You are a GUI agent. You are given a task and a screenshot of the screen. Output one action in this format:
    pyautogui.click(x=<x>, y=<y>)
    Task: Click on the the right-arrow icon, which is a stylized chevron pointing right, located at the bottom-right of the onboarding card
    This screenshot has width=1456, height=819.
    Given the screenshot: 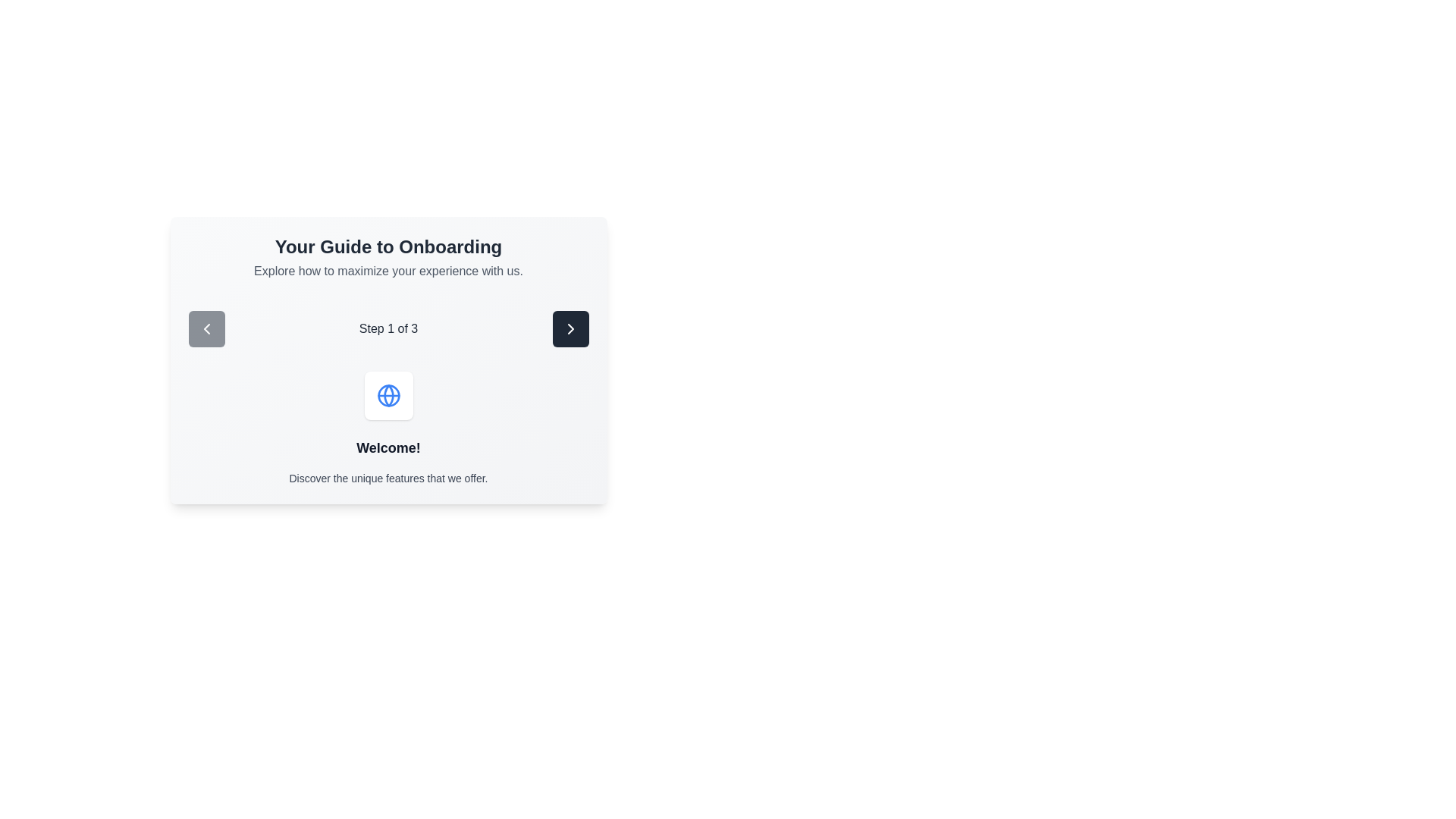 What is the action you would take?
    pyautogui.click(x=570, y=328)
    